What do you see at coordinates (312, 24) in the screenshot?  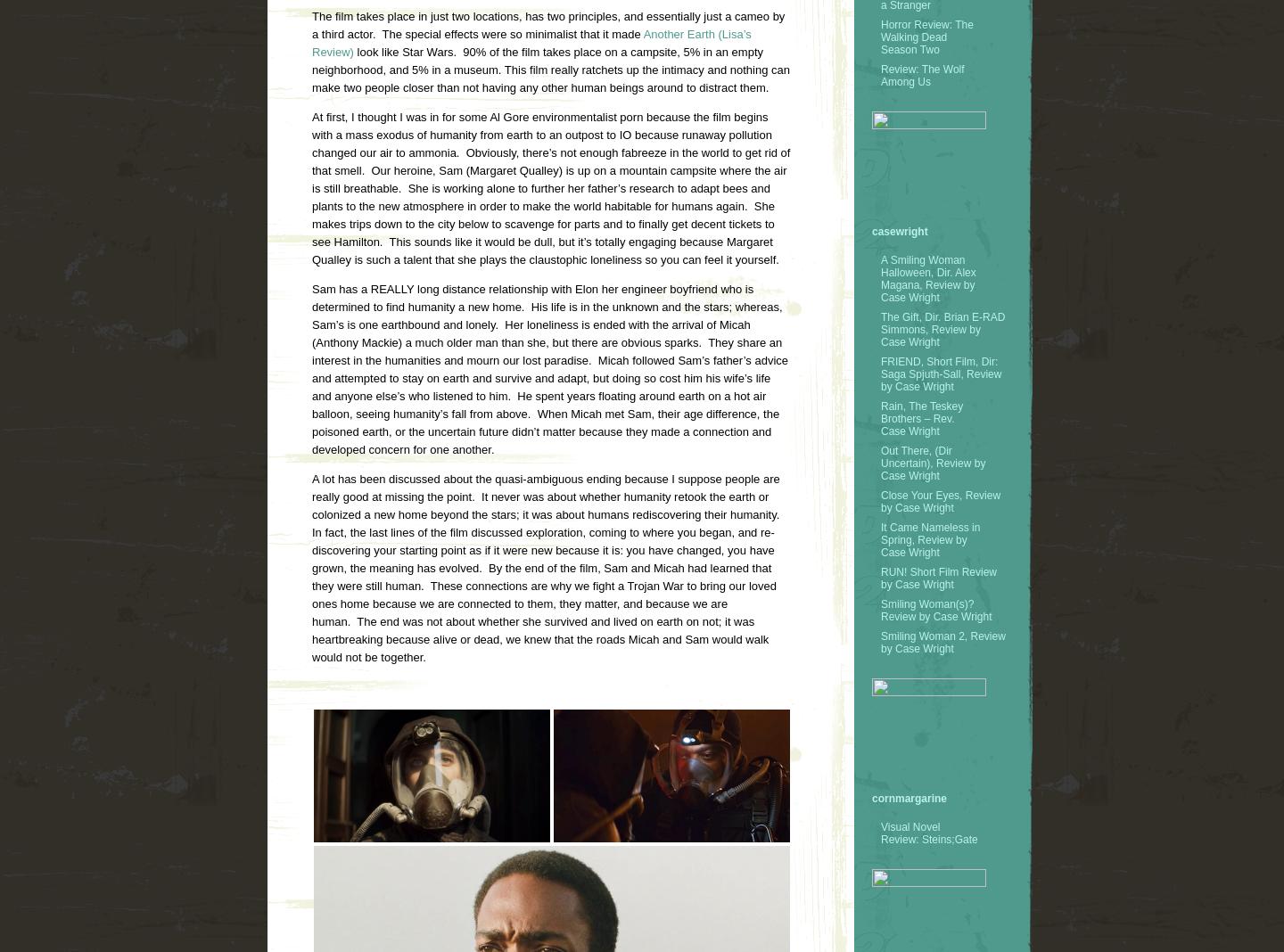 I see `'The film takes place in just two locations, has two principles, and essentially just a cameo by a third actor.  The special effects were so minimalist that it made'` at bounding box center [312, 24].